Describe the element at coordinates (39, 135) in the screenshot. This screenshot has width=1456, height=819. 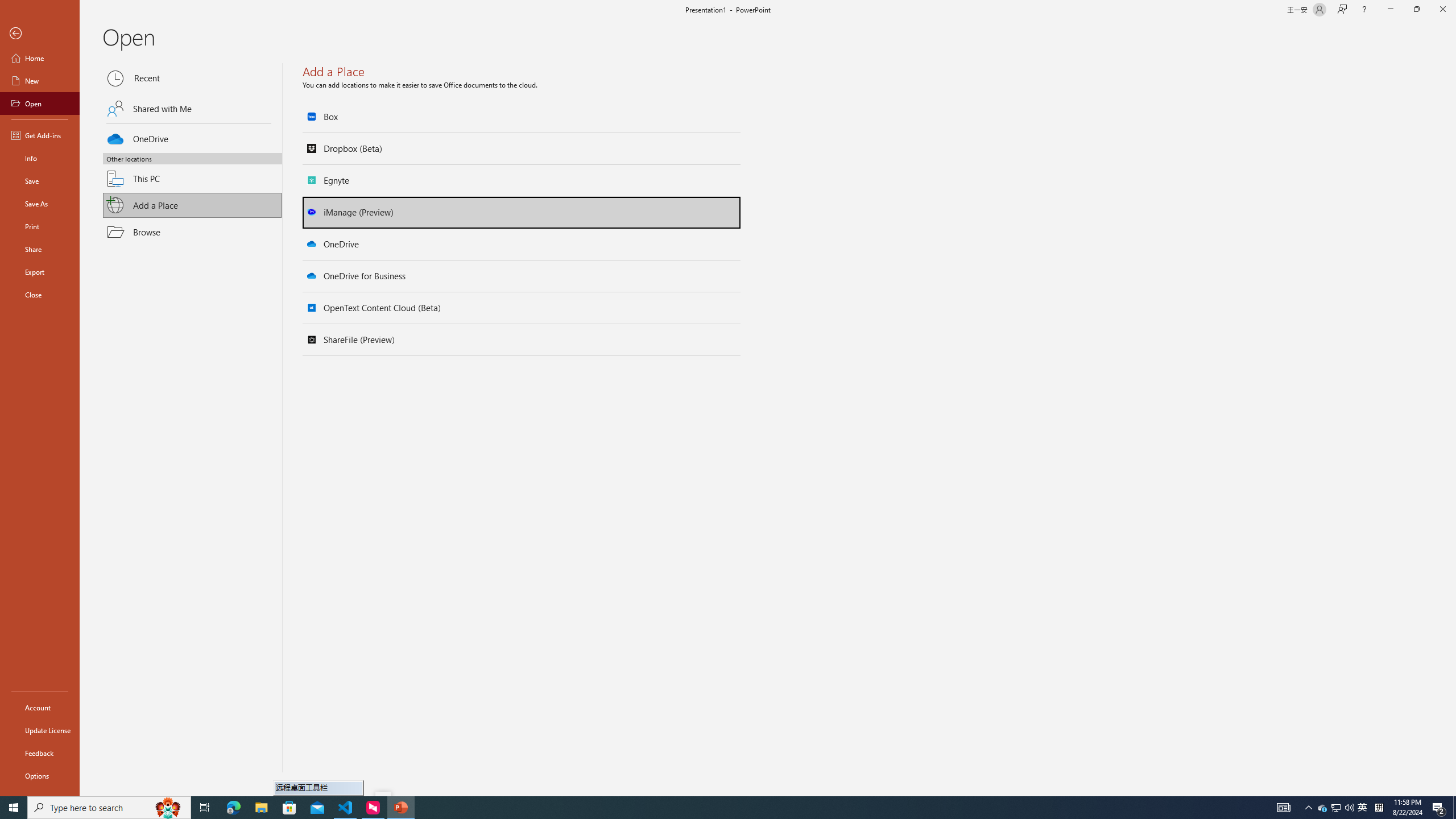
I see `'Get Add-ins'` at that location.